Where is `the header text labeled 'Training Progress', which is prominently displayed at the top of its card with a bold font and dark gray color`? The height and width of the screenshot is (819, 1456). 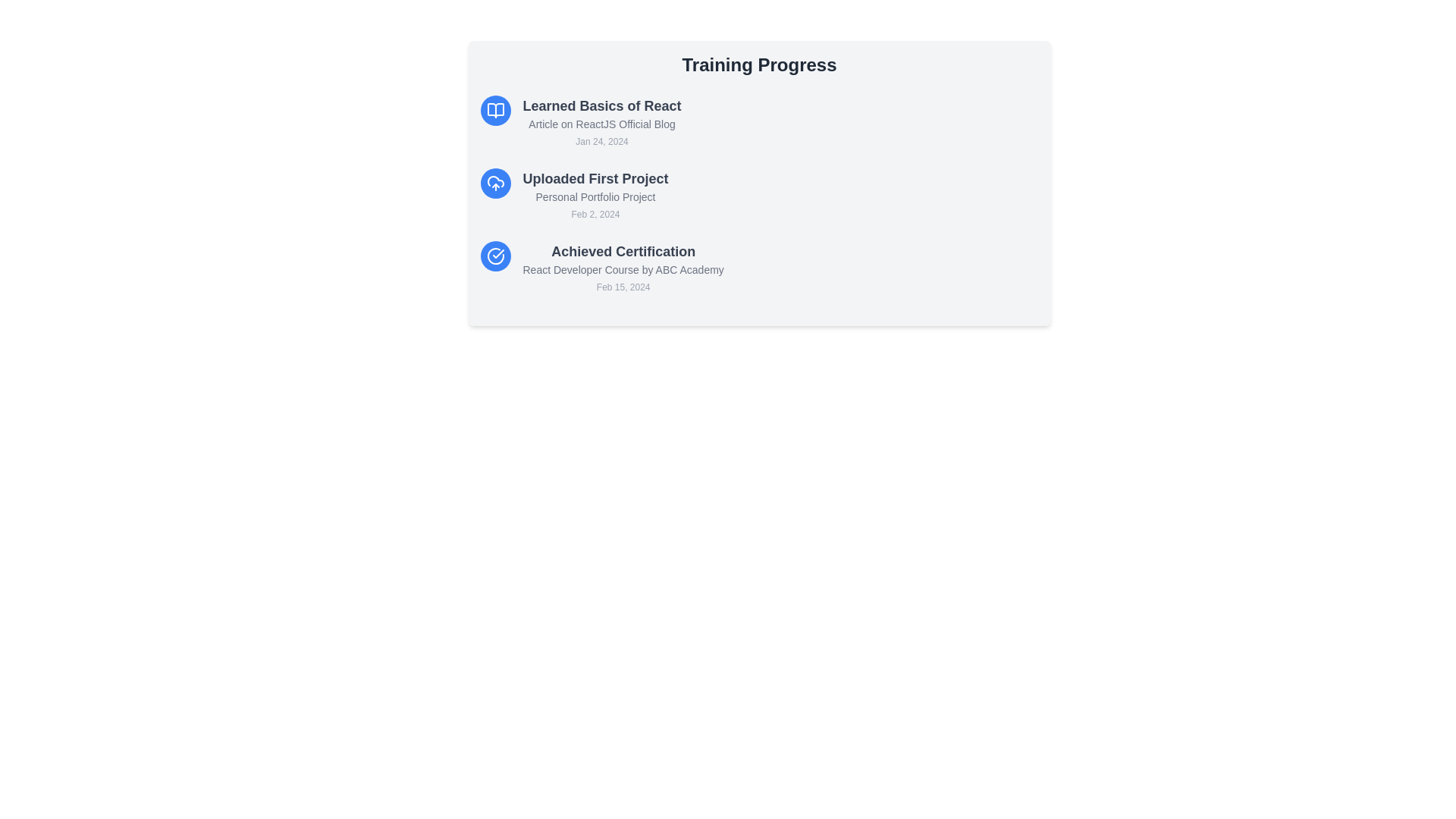
the header text labeled 'Training Progress', which is prominently displayed at the top of its card with a bold font and dark gray color is located at coordinates (759, 64).